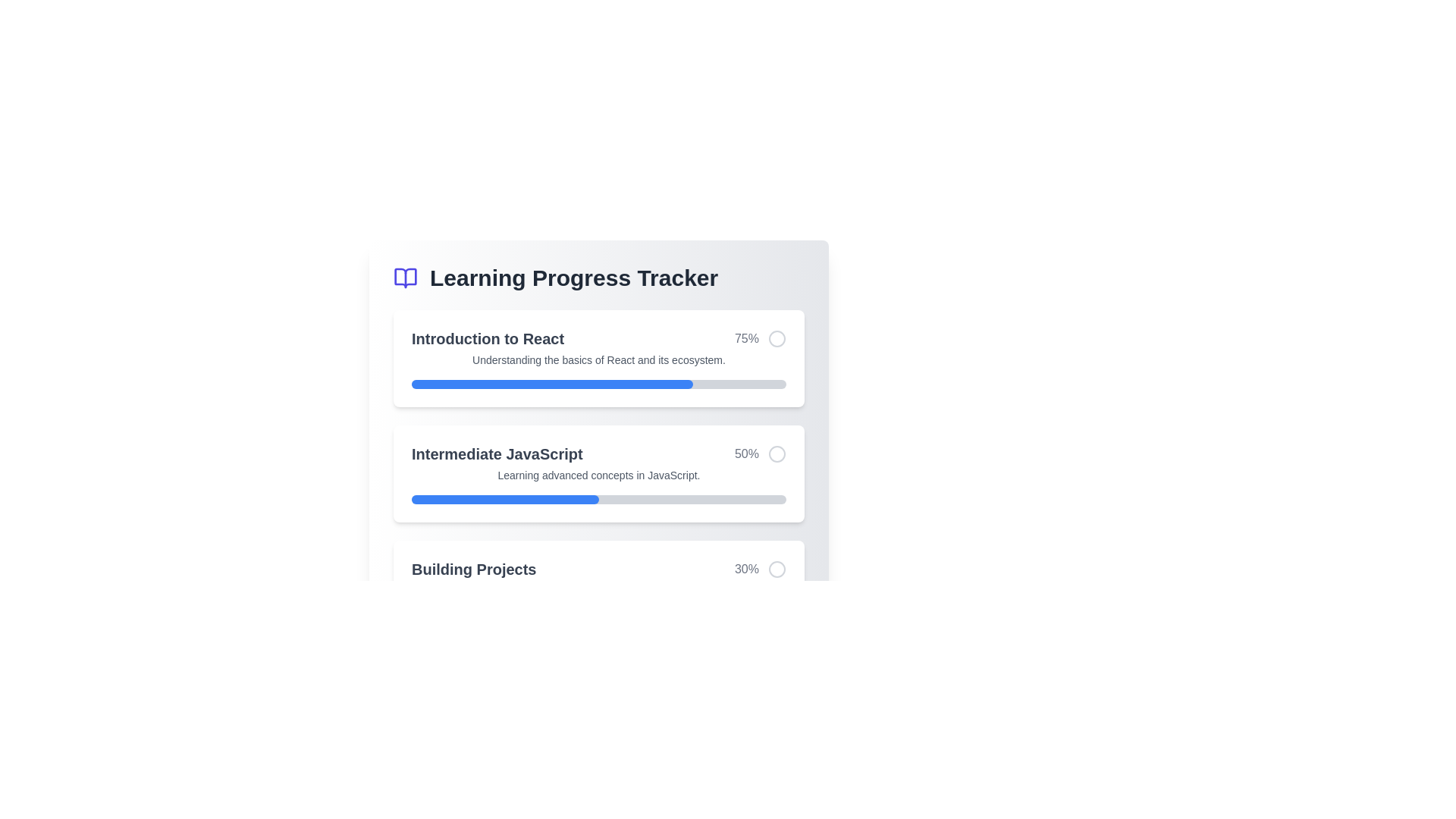 Image resolution: width=1456 pixels, height=819 pixels. What do you see at coordinates (467, 614) in the screenshot?
I see `the leftmost 30% of the 'Building Projects' progress bar in the 'Learning Progress Tracker' section to indicate the progress of the activity` at bounding box center [467, 614].